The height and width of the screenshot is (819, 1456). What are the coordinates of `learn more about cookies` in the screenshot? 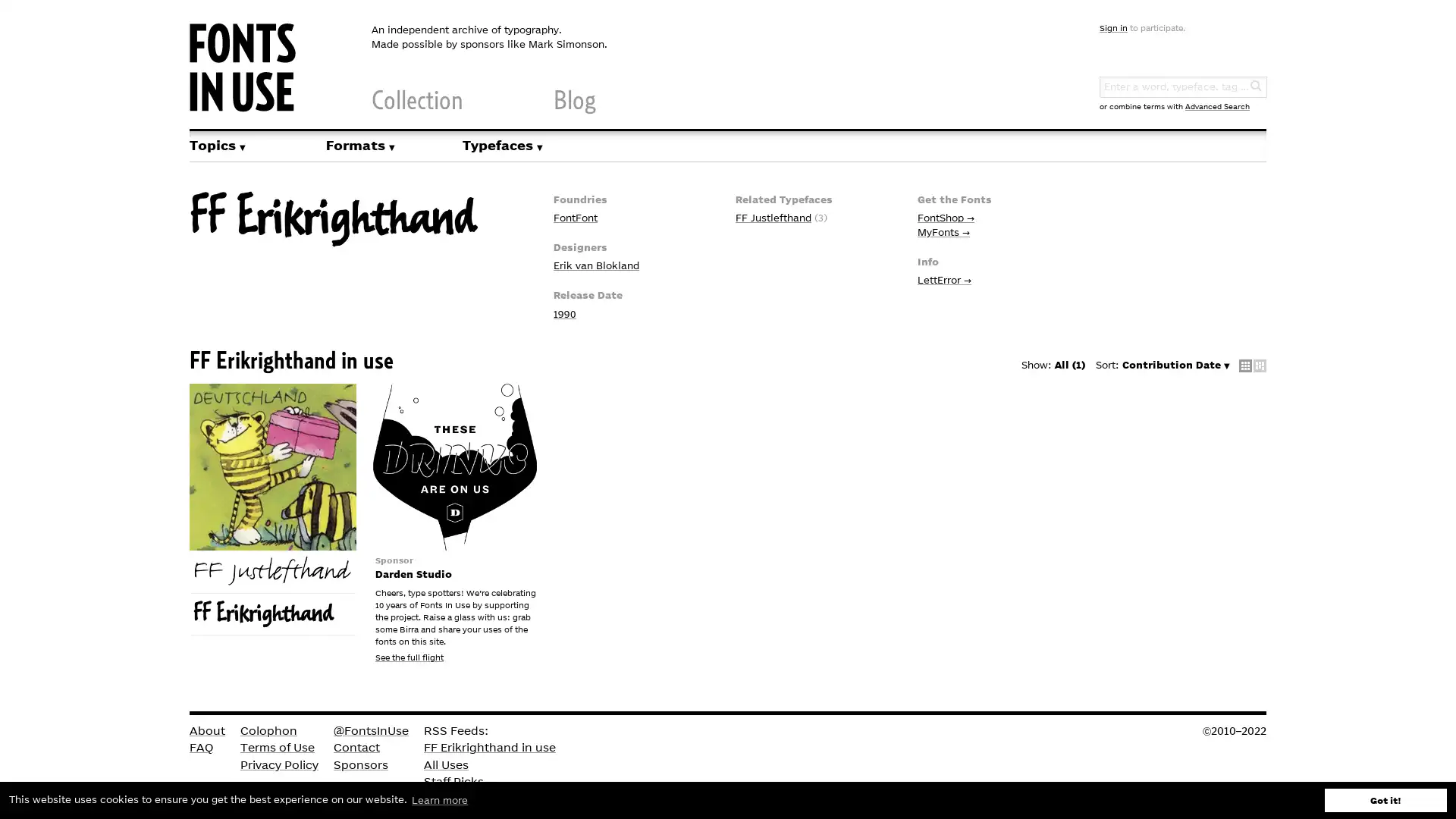 It's located at (439, 799).